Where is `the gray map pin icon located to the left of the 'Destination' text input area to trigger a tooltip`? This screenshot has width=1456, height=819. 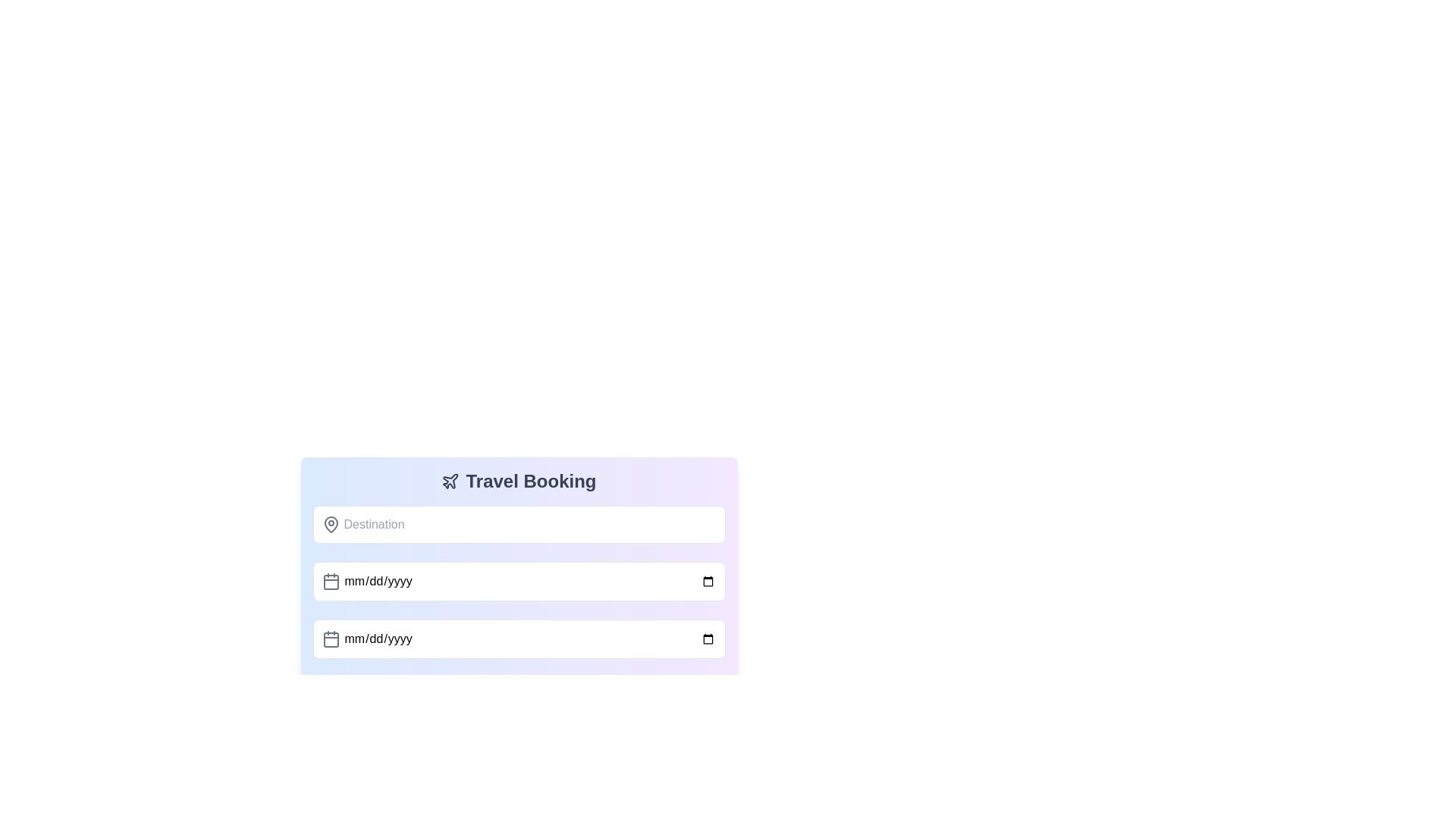
the gray map pin icon located to the left of the 'Destination' text input area to trigger a tooltip is located at coordinates (330, 523).